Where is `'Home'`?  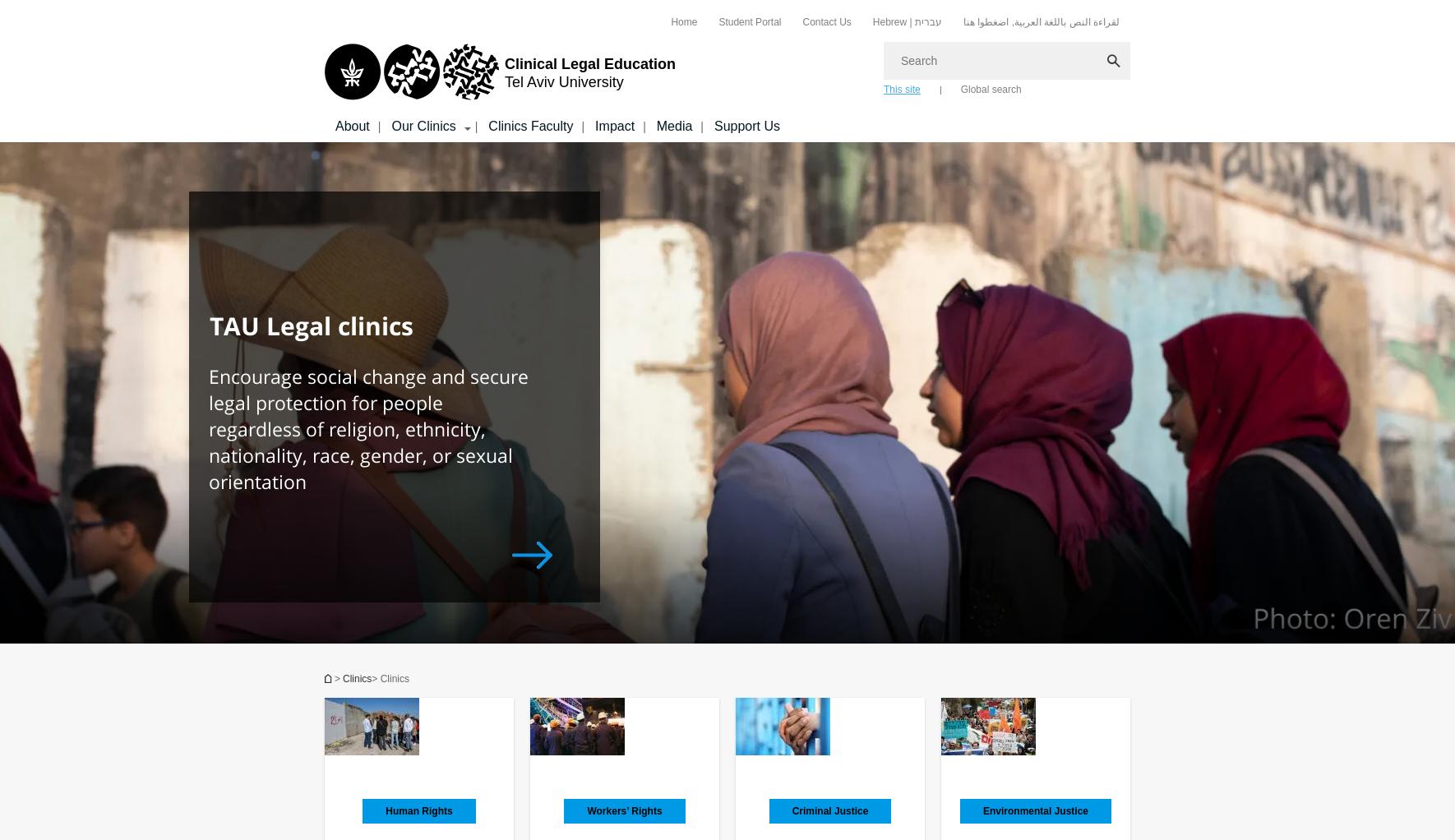
'Home' is located at coordinates (670, 21).